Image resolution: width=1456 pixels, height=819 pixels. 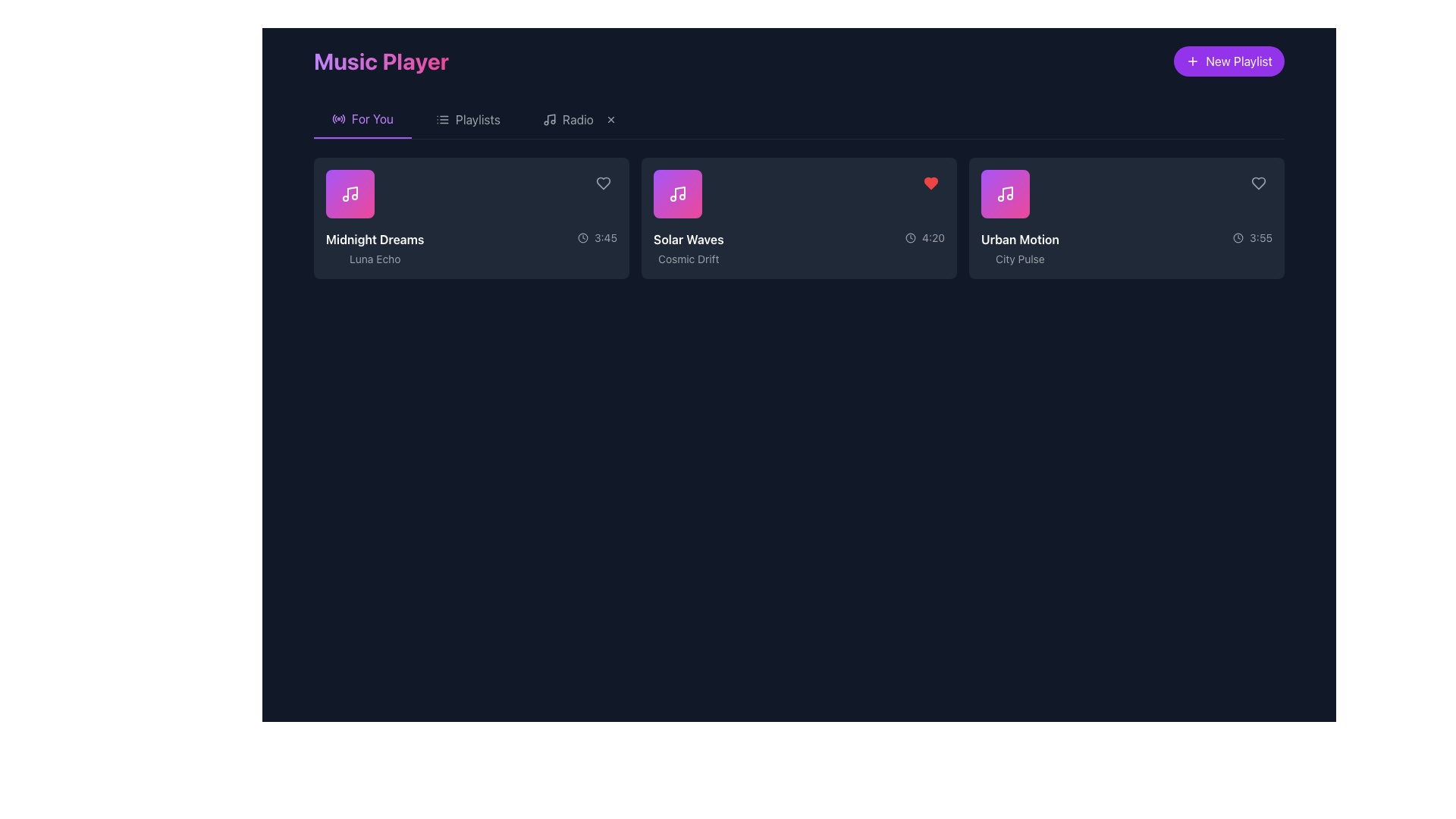 I want to click on the text block displaying the title 'Urban Motion' and descriptor 'City Pulse', located in the rightmost card of the grid beneath the purple music note icon, so click(x=1020, y=247).